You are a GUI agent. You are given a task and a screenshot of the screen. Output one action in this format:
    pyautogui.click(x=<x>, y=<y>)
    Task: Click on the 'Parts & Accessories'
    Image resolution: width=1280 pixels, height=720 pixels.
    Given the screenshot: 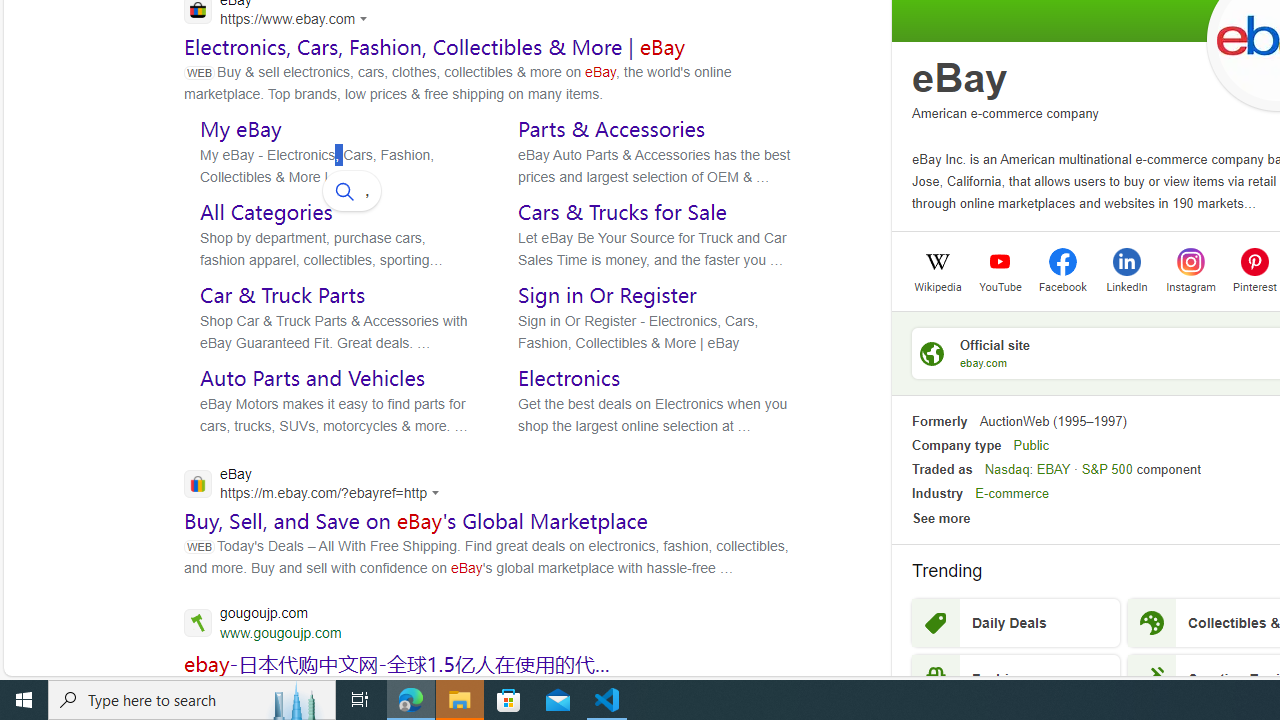 What is the action you would take?
    pyautogui.click(x=611, y=128)
    